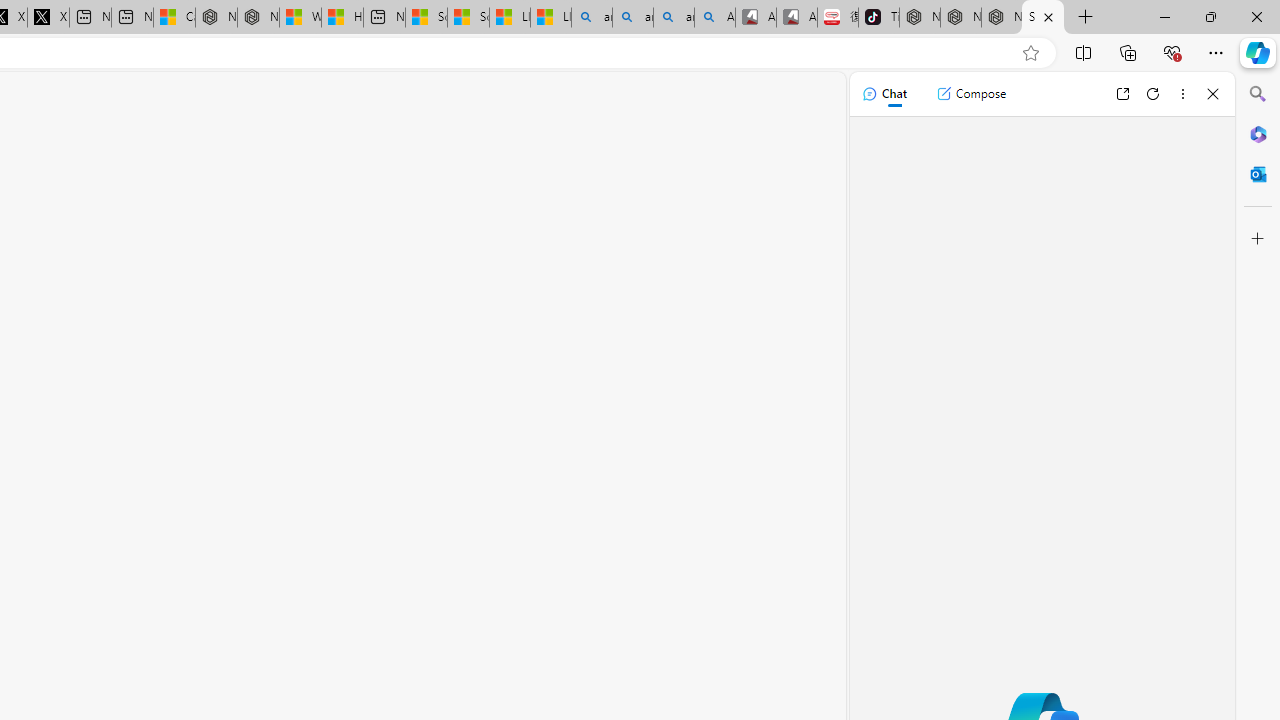 This screenshot has width=1280, height=720. What do you see at coordinates (1001, 17) in the screenshot?
I see `'Nordace - Siena Pro 15 Essential Set'` at bounding box center [1001, 17].